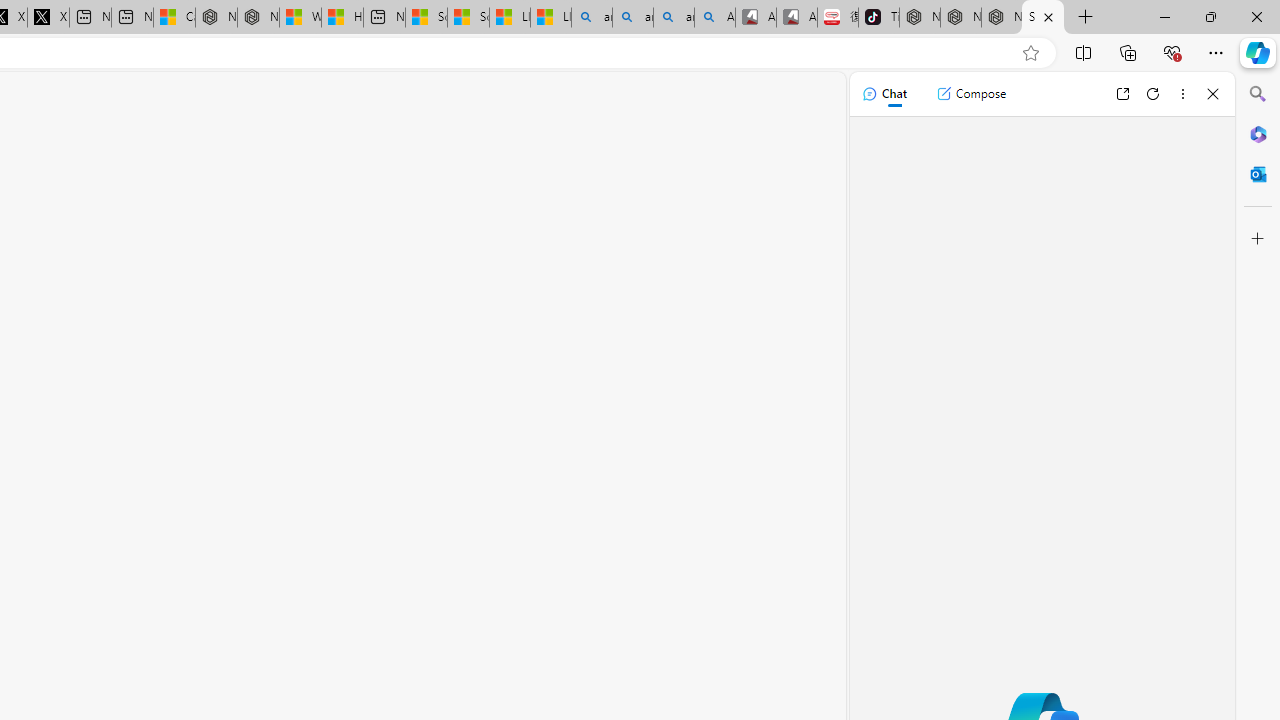 This screenshot has width=1280, height=720. What do you see at coordinates (1001, 17) in the screenshot?
I see `'Nordace - Siena Pro 15 Essential Set'` at bounding box center [1001, 17].